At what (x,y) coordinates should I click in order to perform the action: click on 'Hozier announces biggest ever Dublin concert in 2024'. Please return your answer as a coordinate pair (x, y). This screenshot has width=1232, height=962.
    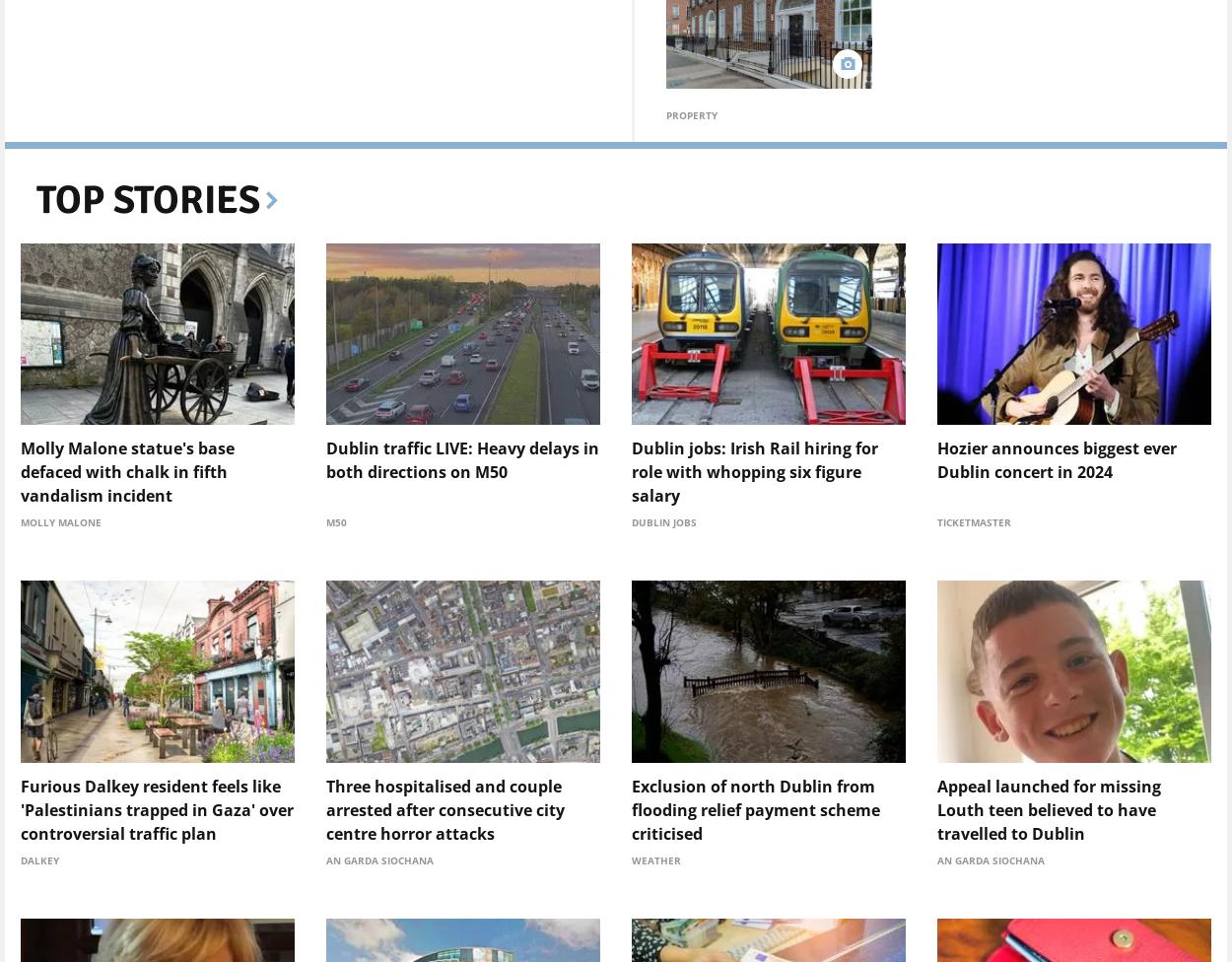
    Looking at the image, I should click on (1056, 459).